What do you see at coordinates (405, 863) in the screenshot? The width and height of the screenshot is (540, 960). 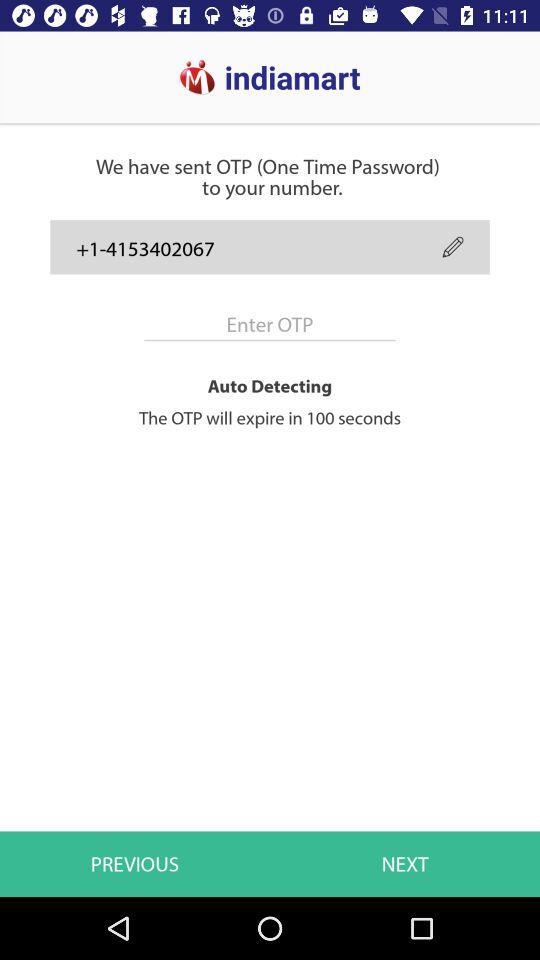 I see `the icon next to the previous` at bounding box center [405, 863].